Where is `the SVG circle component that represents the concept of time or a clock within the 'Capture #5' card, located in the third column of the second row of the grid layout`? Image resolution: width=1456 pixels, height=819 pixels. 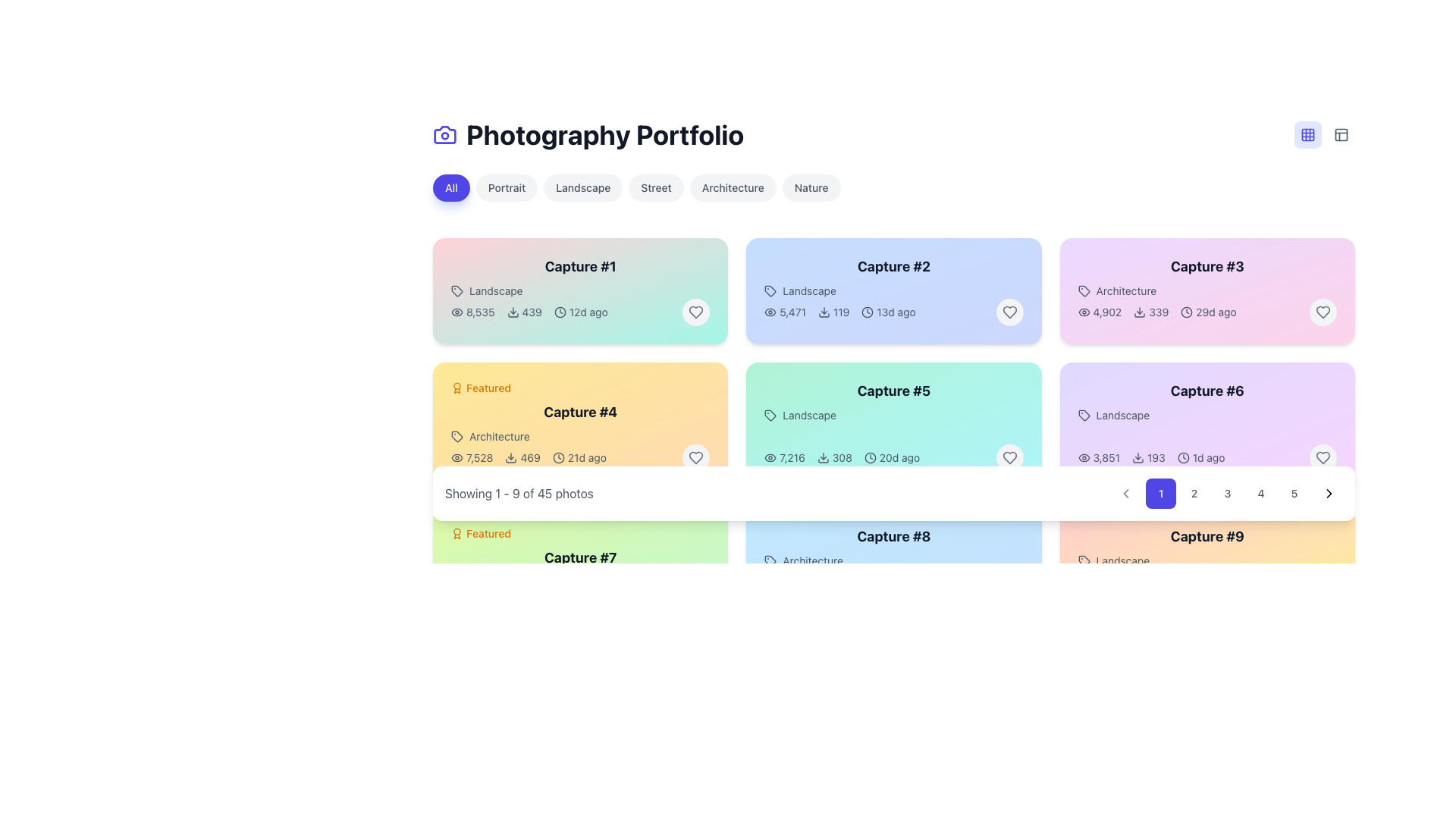
the SVG circle component that represents the concept of time or a clock within the 'Capture #5' card, located in the third column of the second row of the grid layout is located at coordinates (870, 457).